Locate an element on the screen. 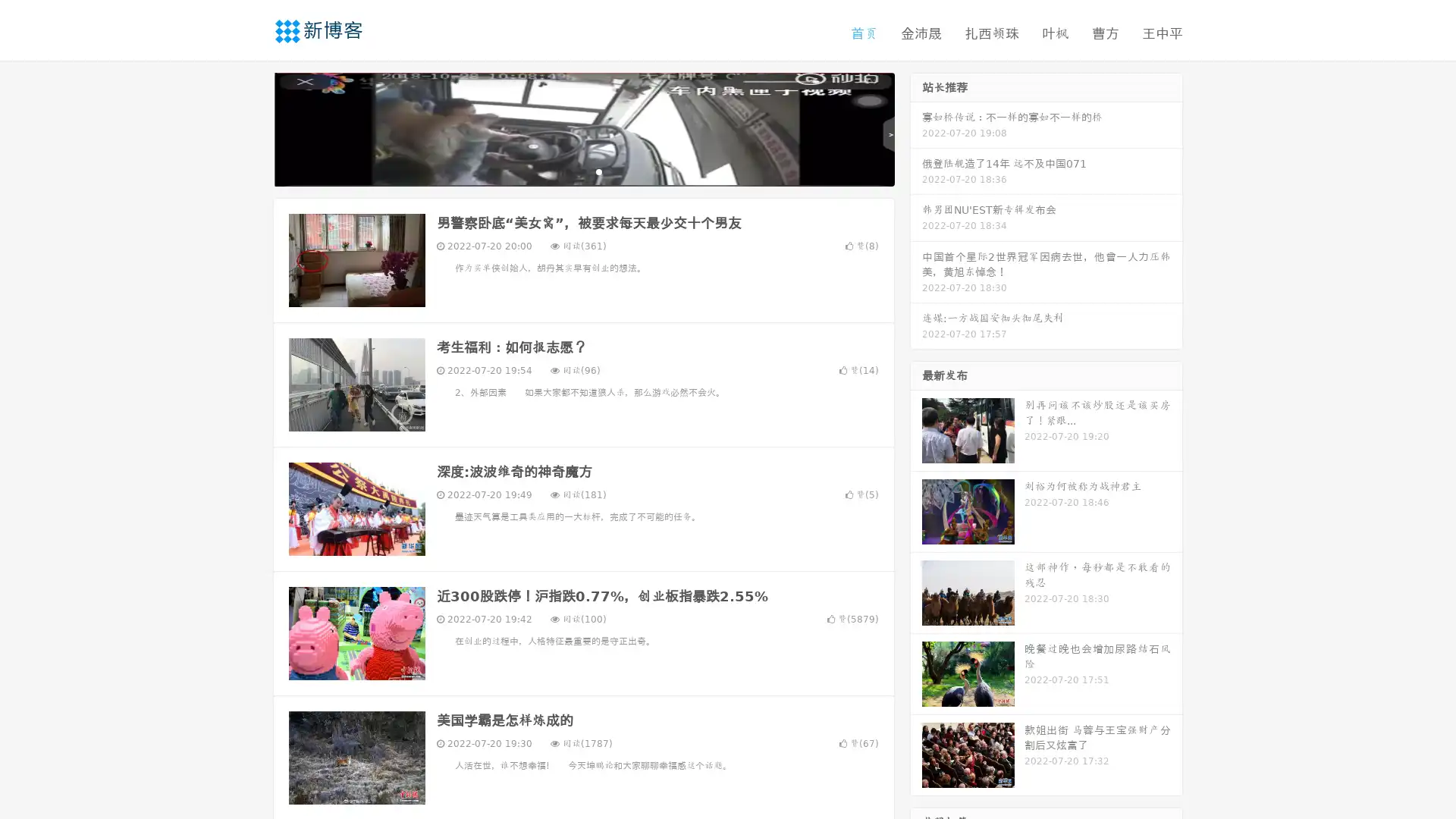 This screenshot has height=819, width=1456. Go to slide 1 is located at coordinates (567, 171).